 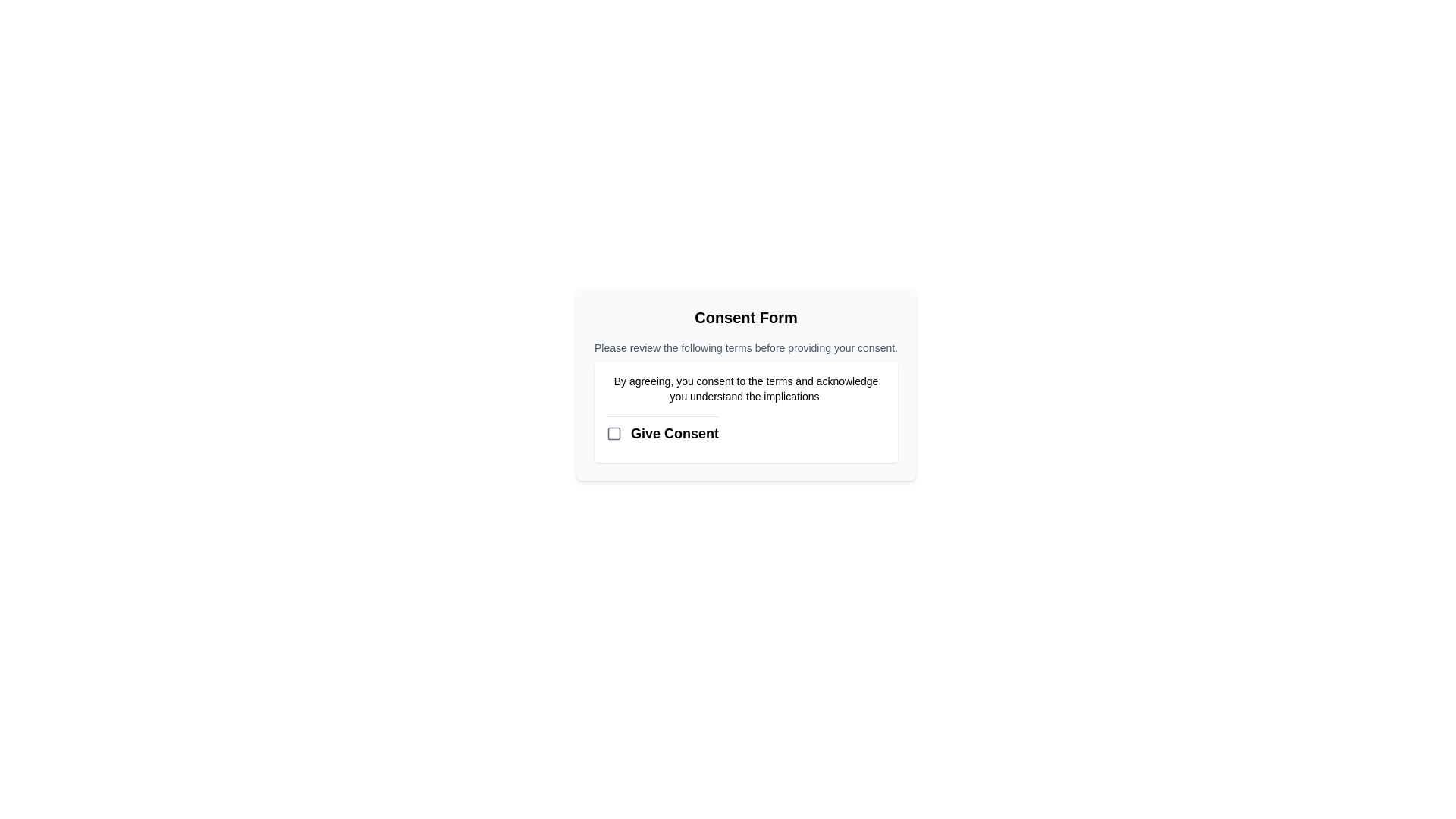 I want to click on the instructional Text Label that provides guidance on reviewing the consent terms, which is located below the 'Consent Form' title, so click(x=745, y=348).